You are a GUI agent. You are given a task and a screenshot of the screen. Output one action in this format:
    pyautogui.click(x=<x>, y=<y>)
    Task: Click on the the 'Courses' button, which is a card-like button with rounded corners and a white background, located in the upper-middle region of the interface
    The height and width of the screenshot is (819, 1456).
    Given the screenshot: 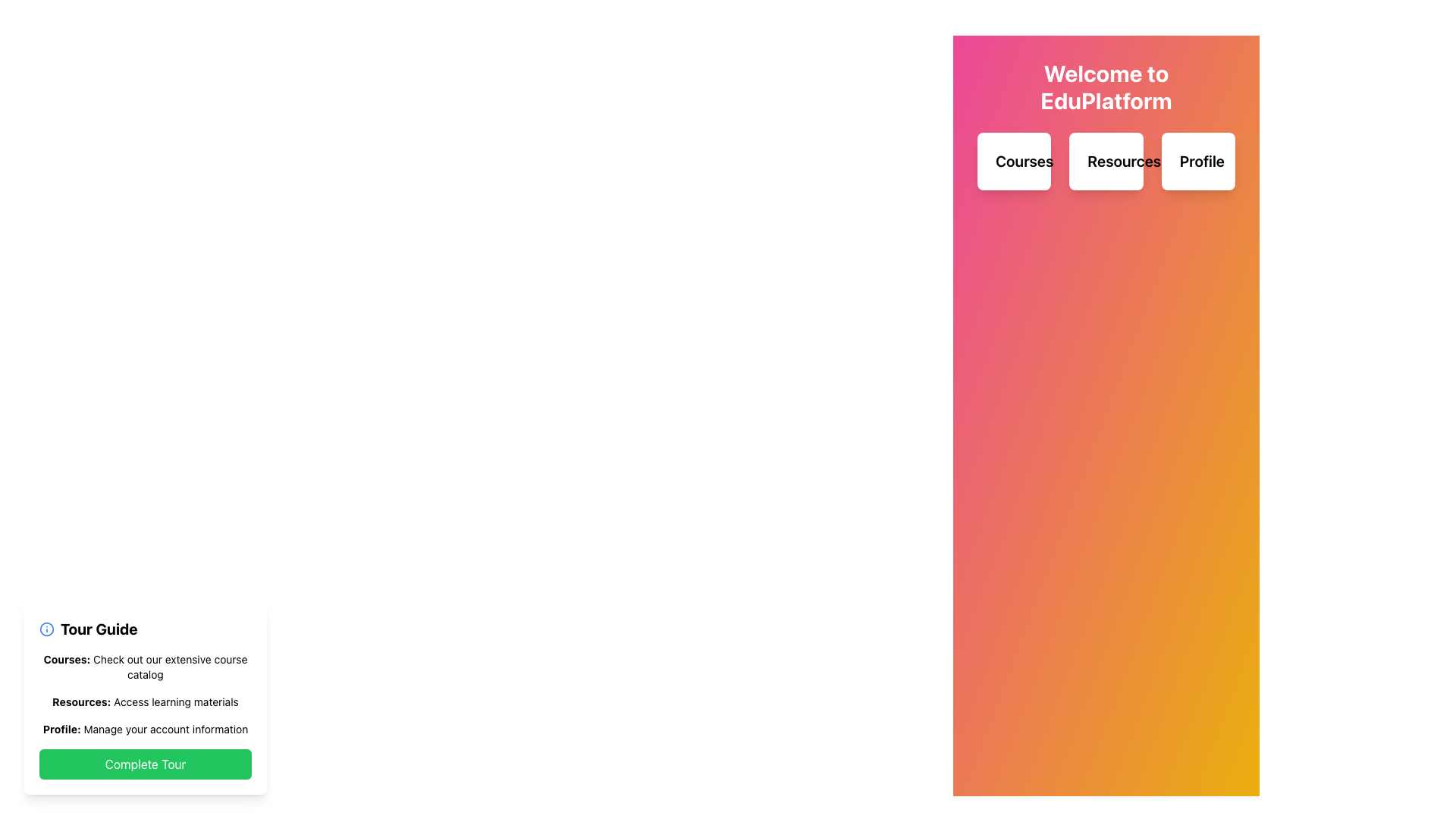 What is the action you would take?
    pyautogui.click(x=1014, y=161)
    